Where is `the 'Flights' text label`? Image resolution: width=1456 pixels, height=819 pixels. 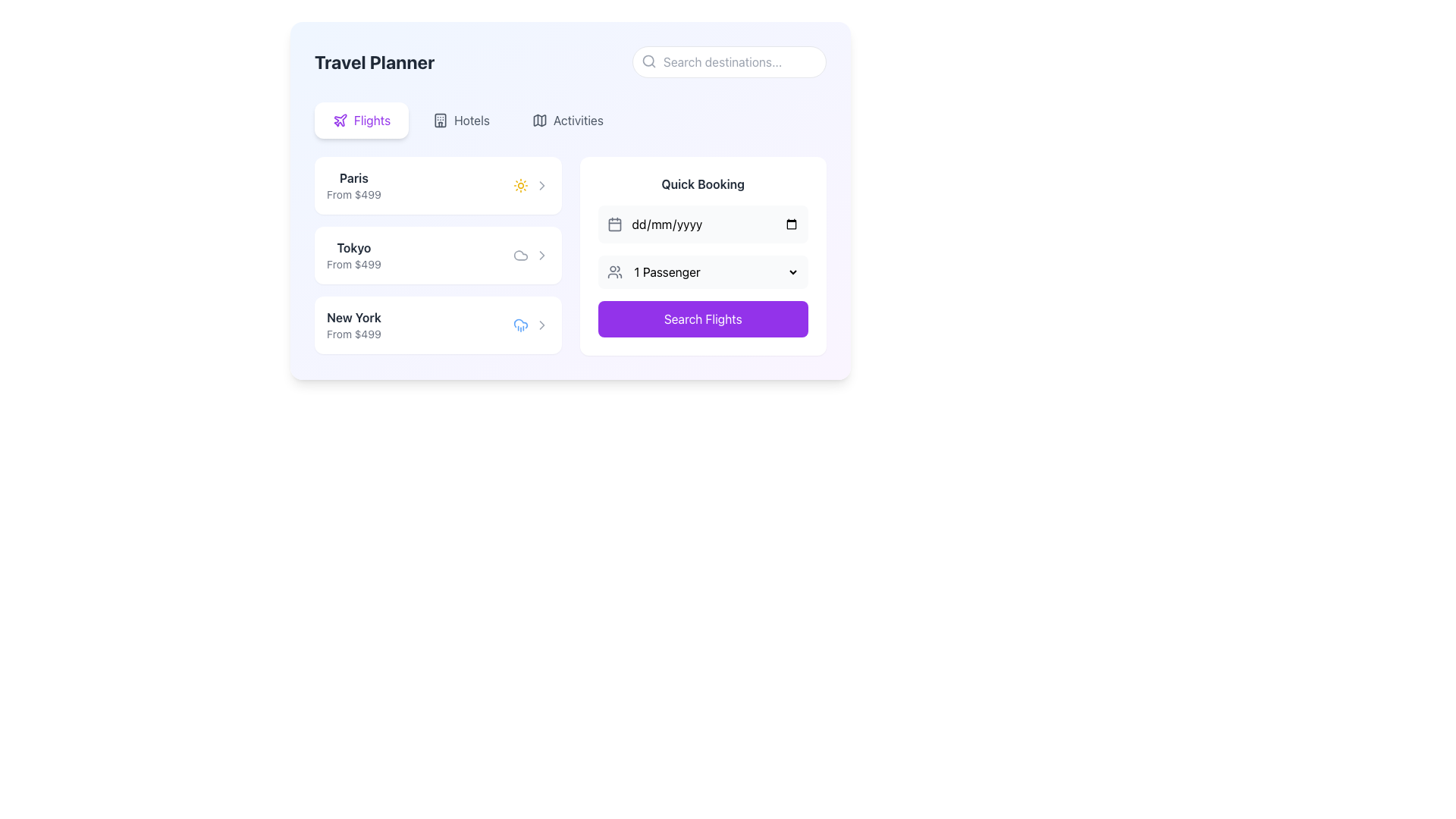 the 'Flights' text label is located at coordinates (372, 119).